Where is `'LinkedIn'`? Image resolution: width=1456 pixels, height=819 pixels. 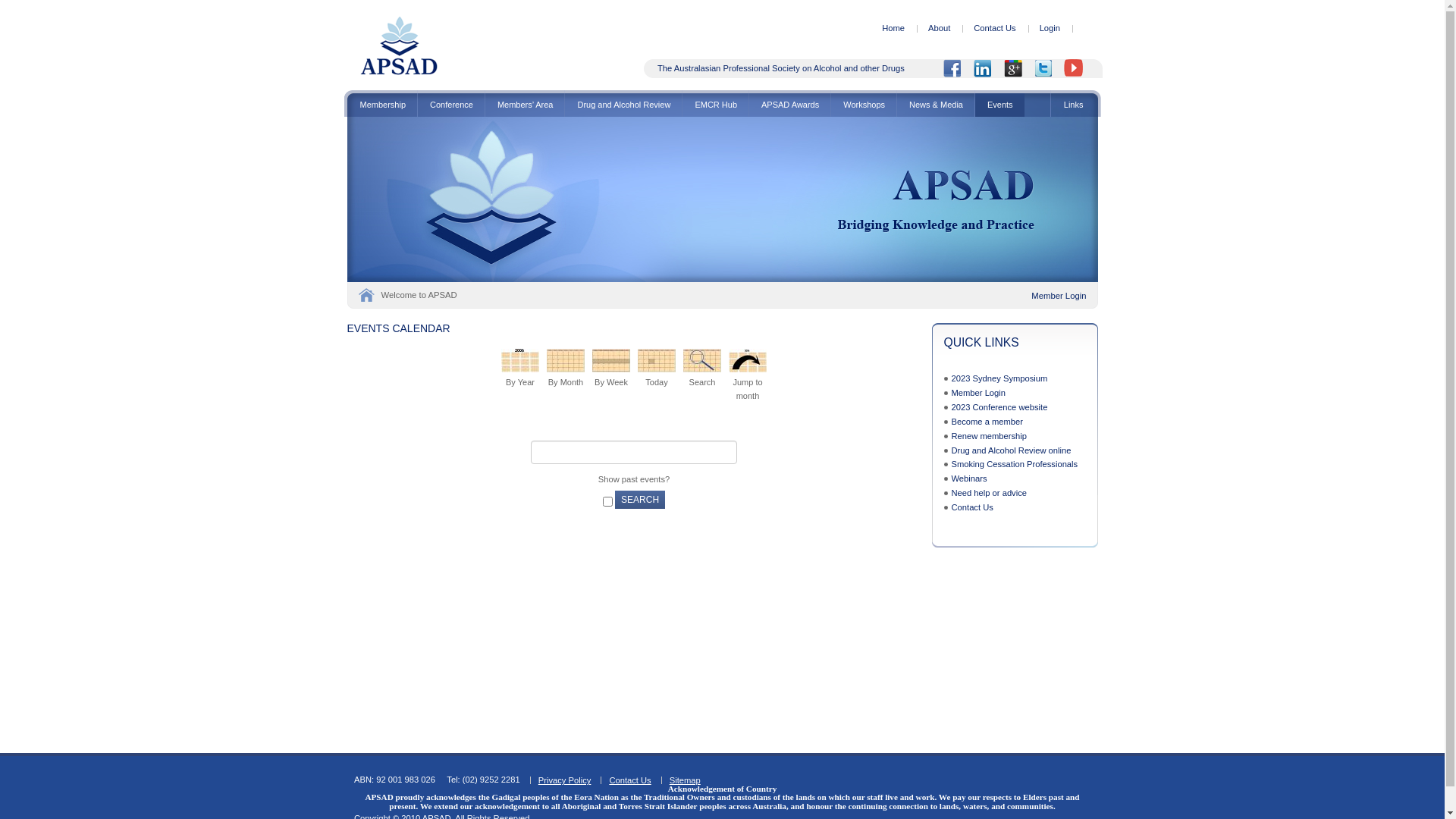
'LinkedIn' is located at coordinates (987, 68).